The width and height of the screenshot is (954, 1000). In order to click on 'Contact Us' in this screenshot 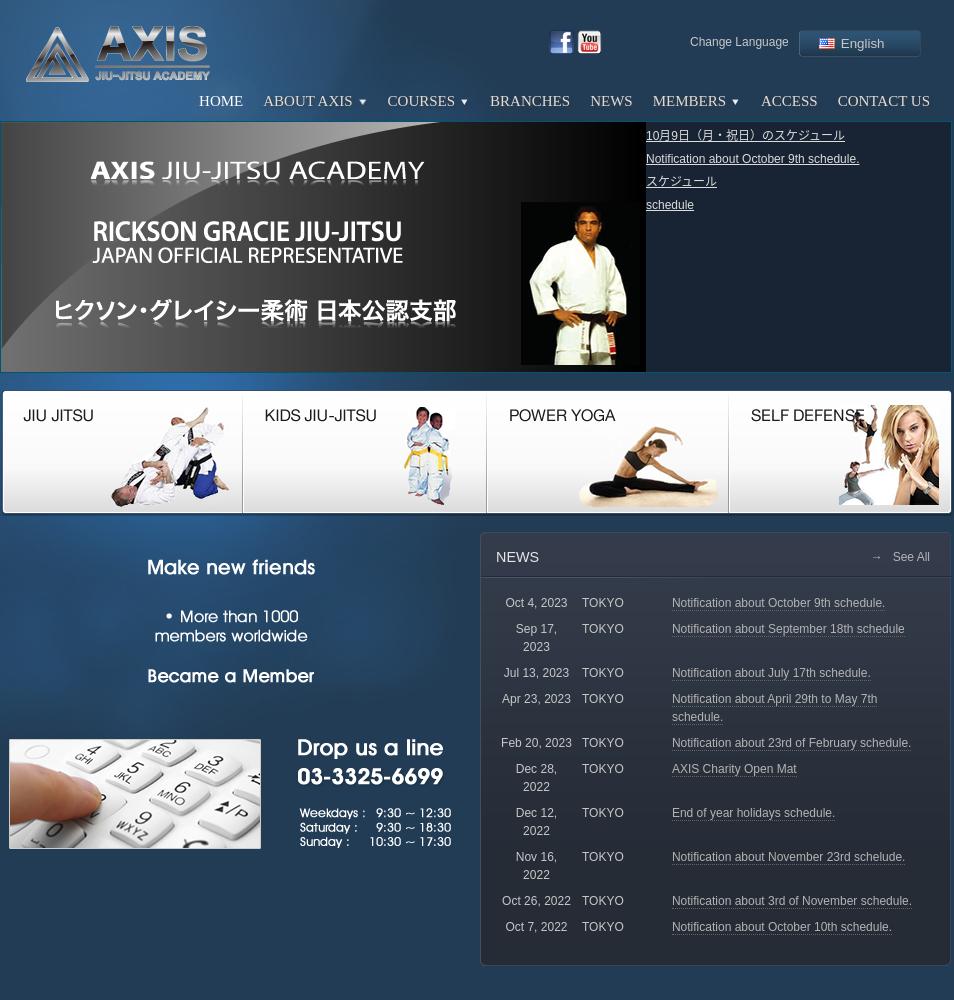, I will do `click(837, 100)`.